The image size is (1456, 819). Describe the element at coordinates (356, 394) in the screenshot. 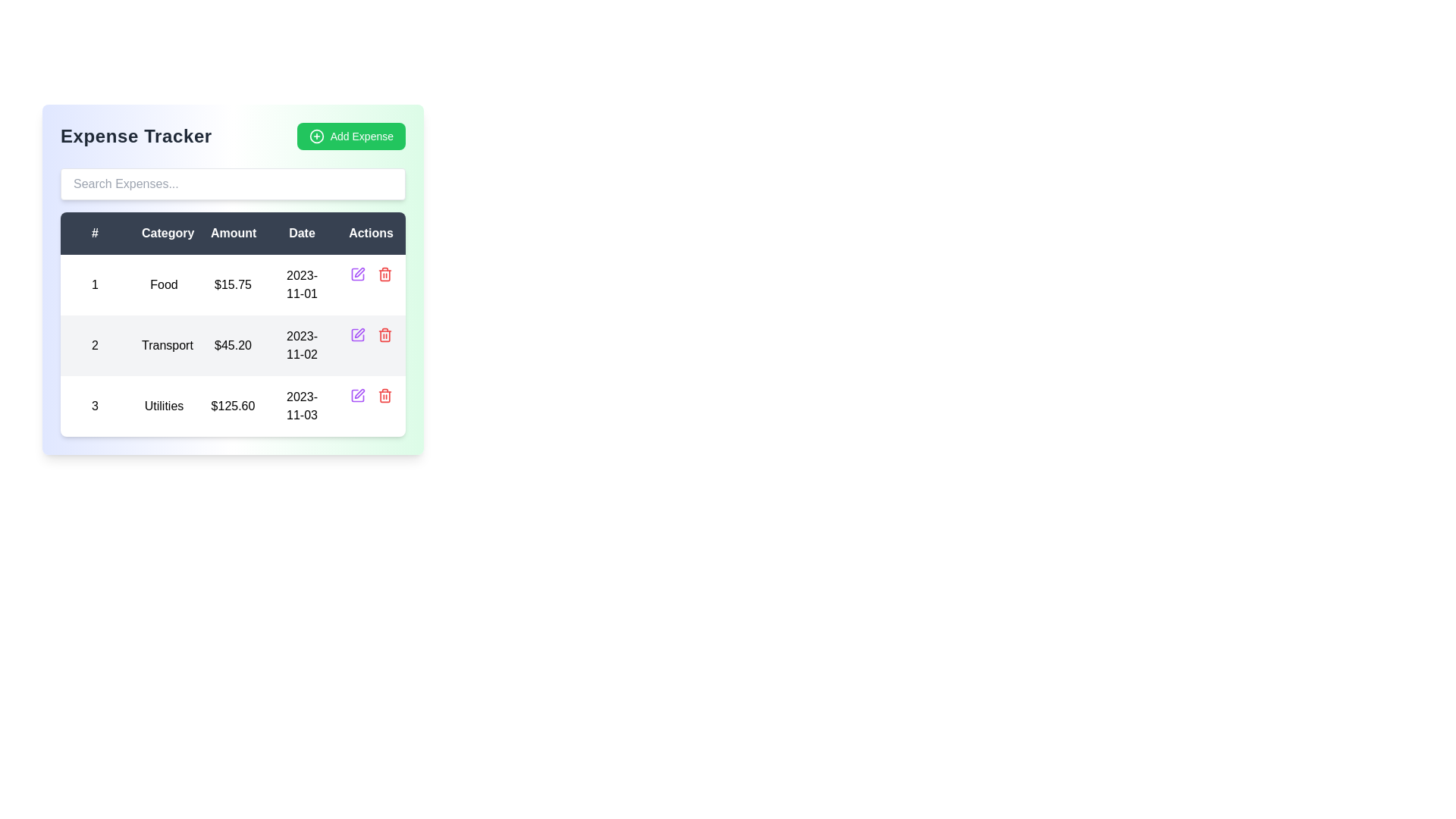

I see `the Interactive action icon (edit icon) located in the 'Actions' column of the second row of the table to observe the hover effect` at that location.